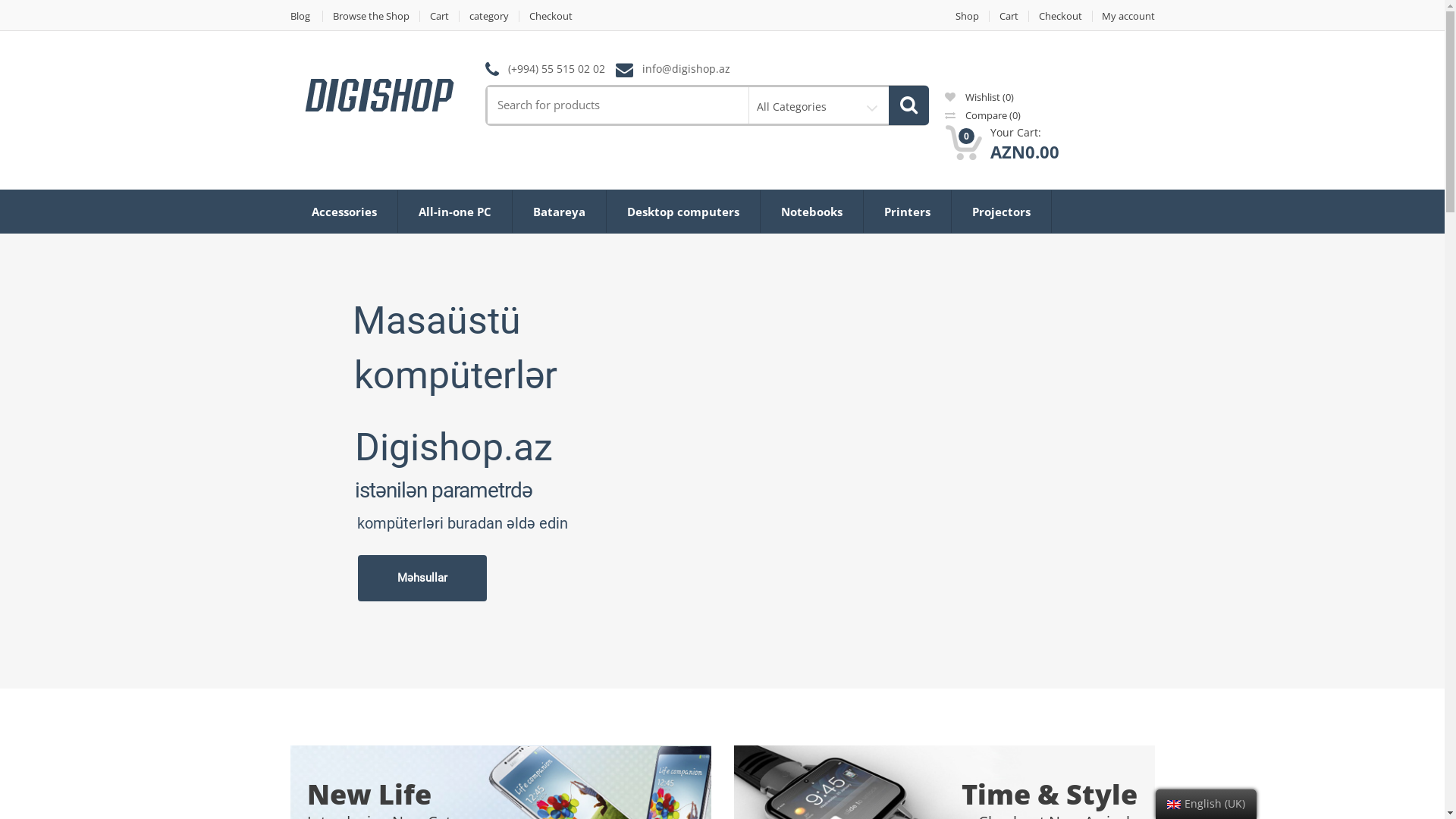 This screenshot has width=1456, height=819. Describe the element at coordinates (1123, 16) in the screenshot. I see `'My account'` at that location.